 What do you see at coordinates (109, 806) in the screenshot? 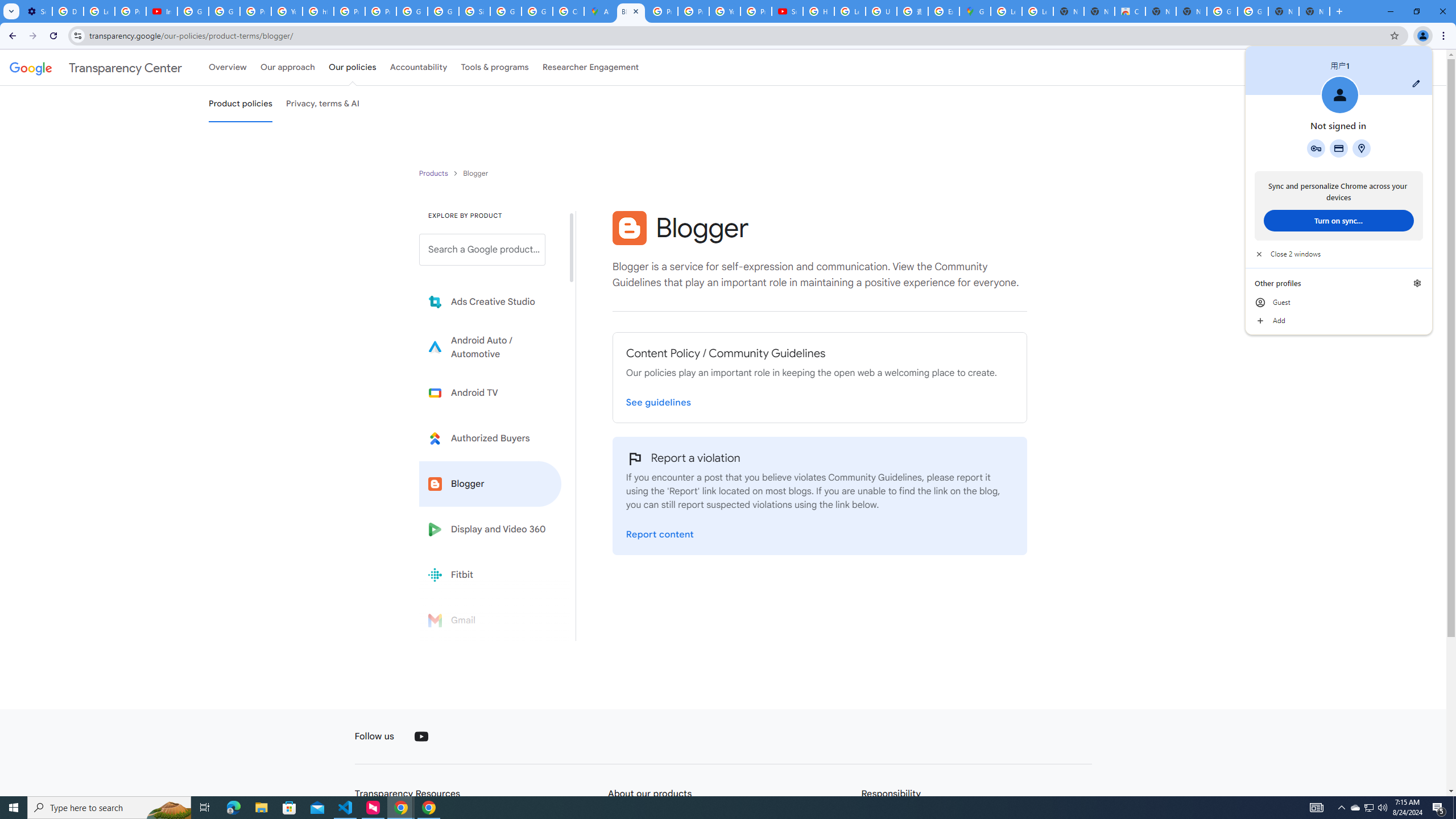
I see `'Type here to search'` at bounding box center [109, 806].